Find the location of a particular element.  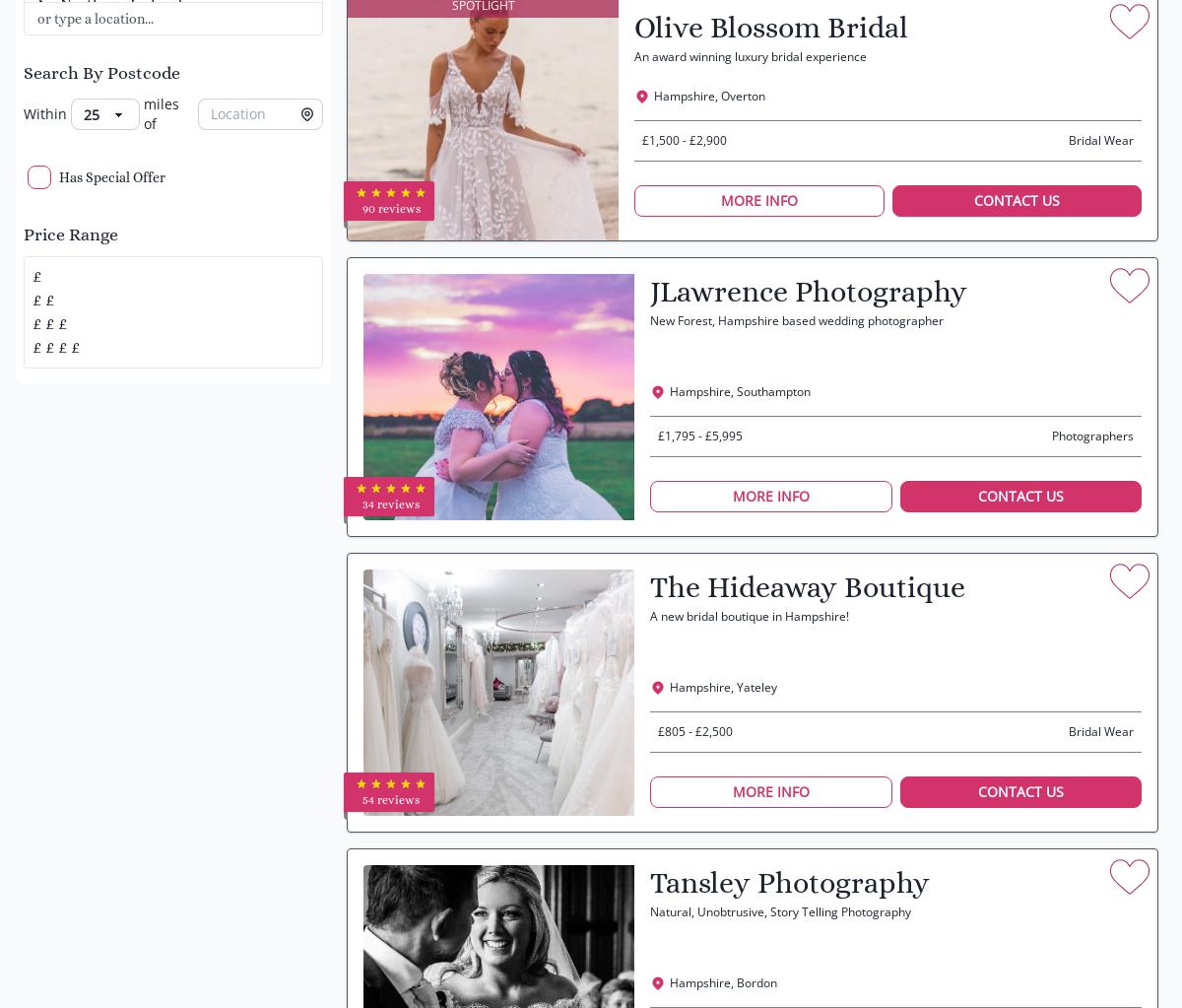

'Scotland' is located at coordinates (92, 35).